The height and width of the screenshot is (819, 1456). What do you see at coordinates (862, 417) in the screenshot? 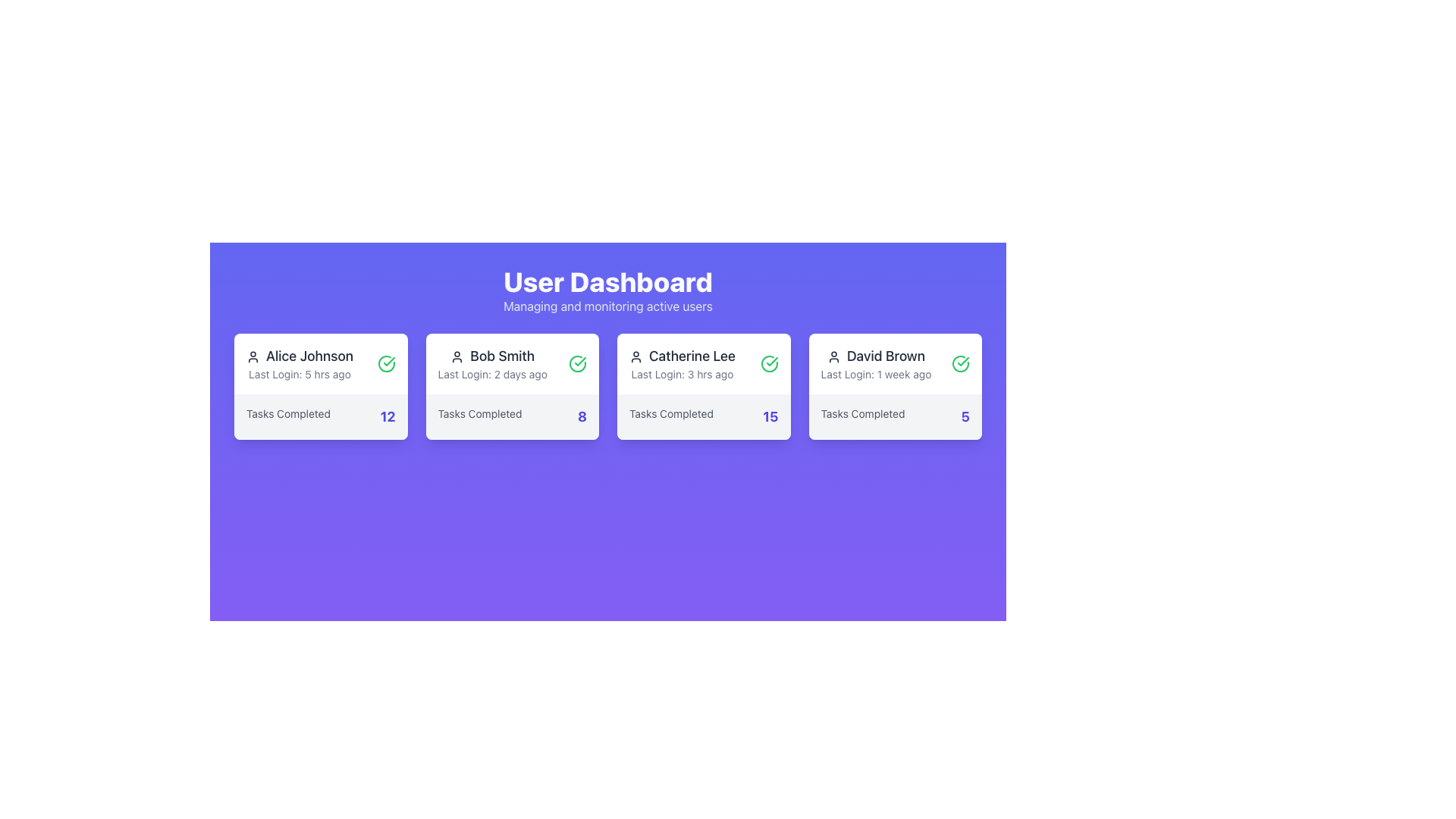
I see `the text label displaying 'Tasks Completed' in the panel for user 'David Brown', located near the bottom left side of the panel` at bounding box center [862, 417].